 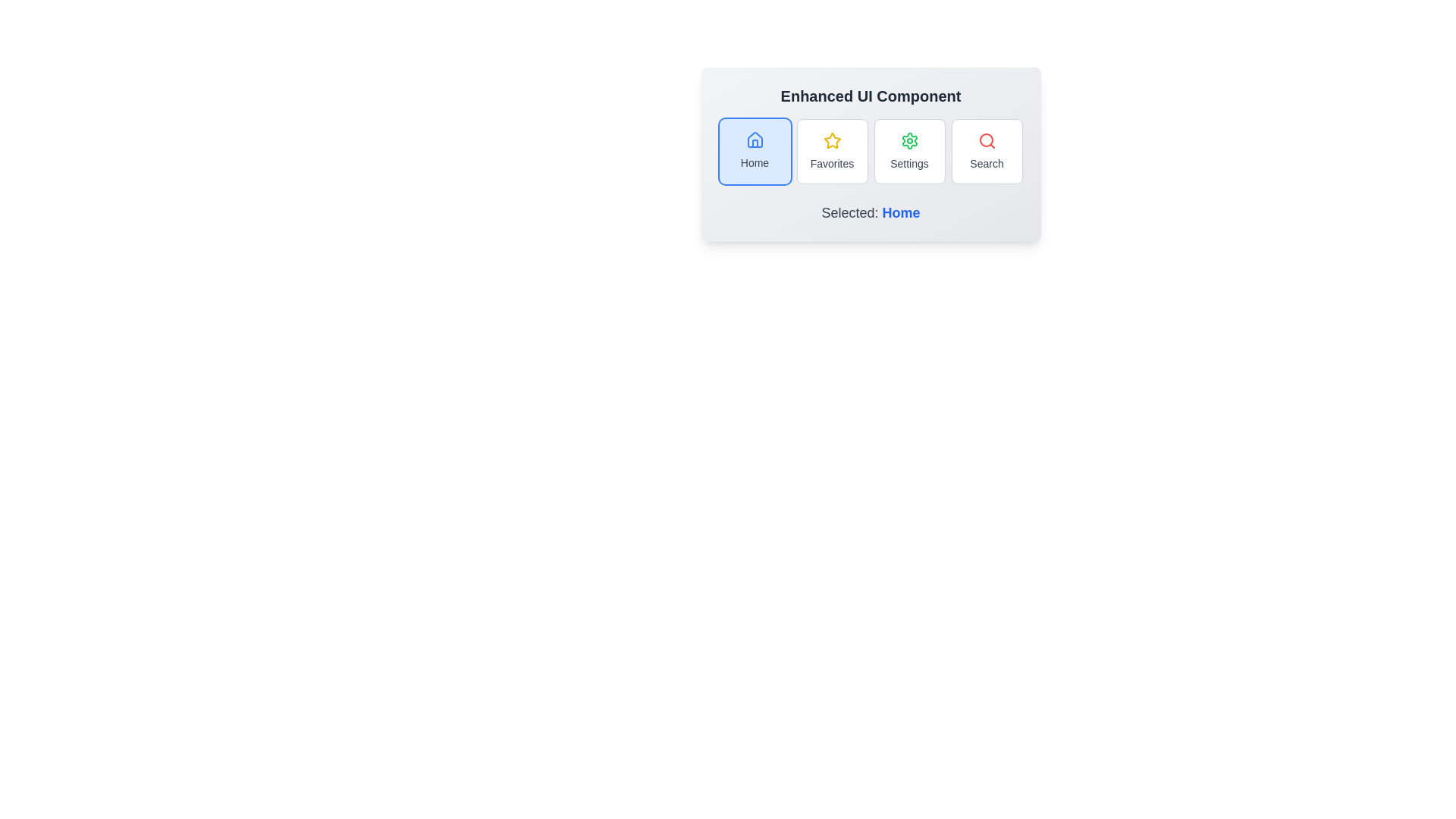 I want to click on the 'Home' icon, which serves as a visual representation for the 'Home' button used to navigate to the main interface of the application, so click(x=755, y=140).